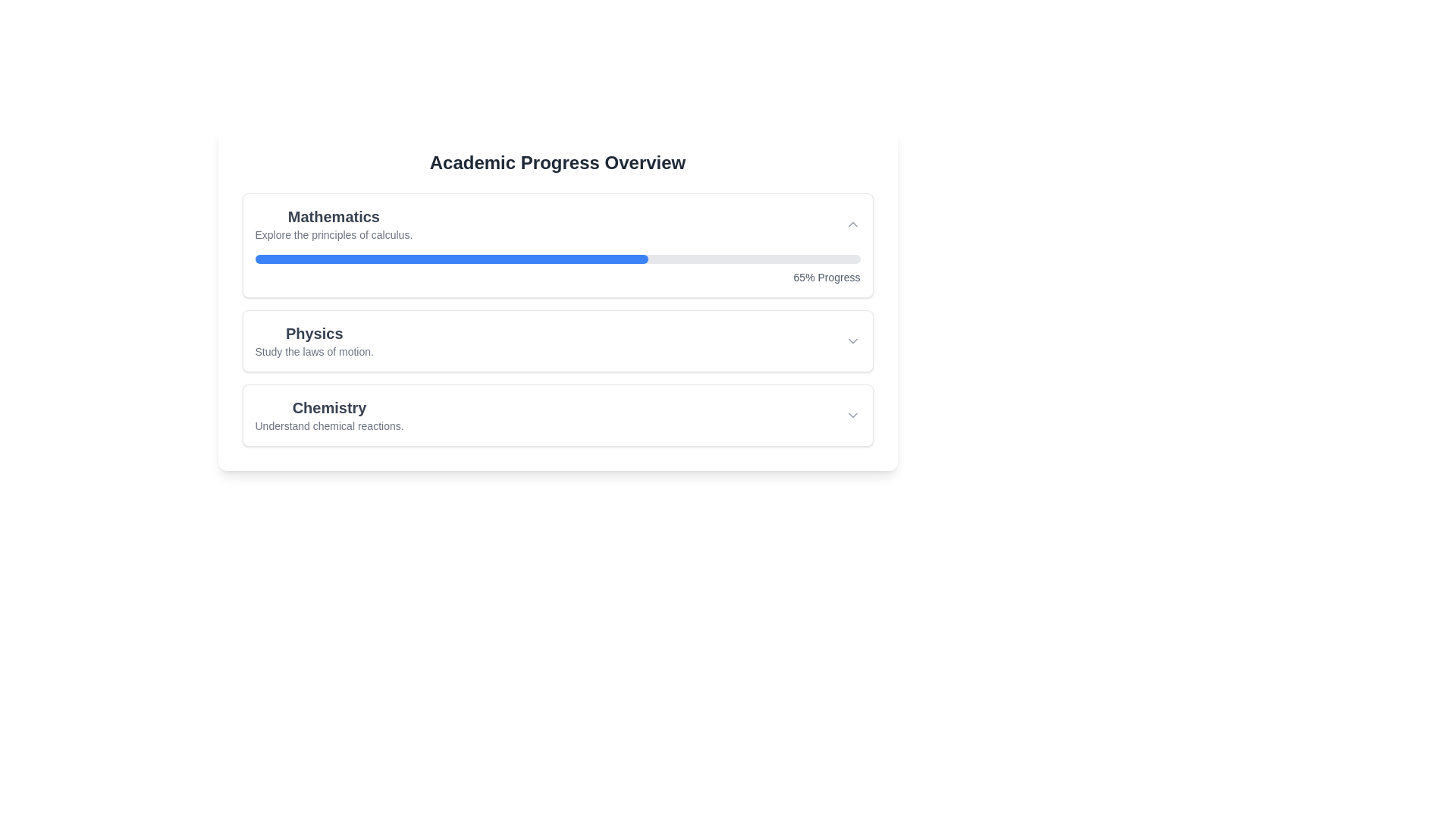 The width and height of the screenshot is (1456, 819). I want to click on the text label displaying 'Chemistry' in bold and large font located in the bottommost section of the vertical list of content areas, so click(328, 406).